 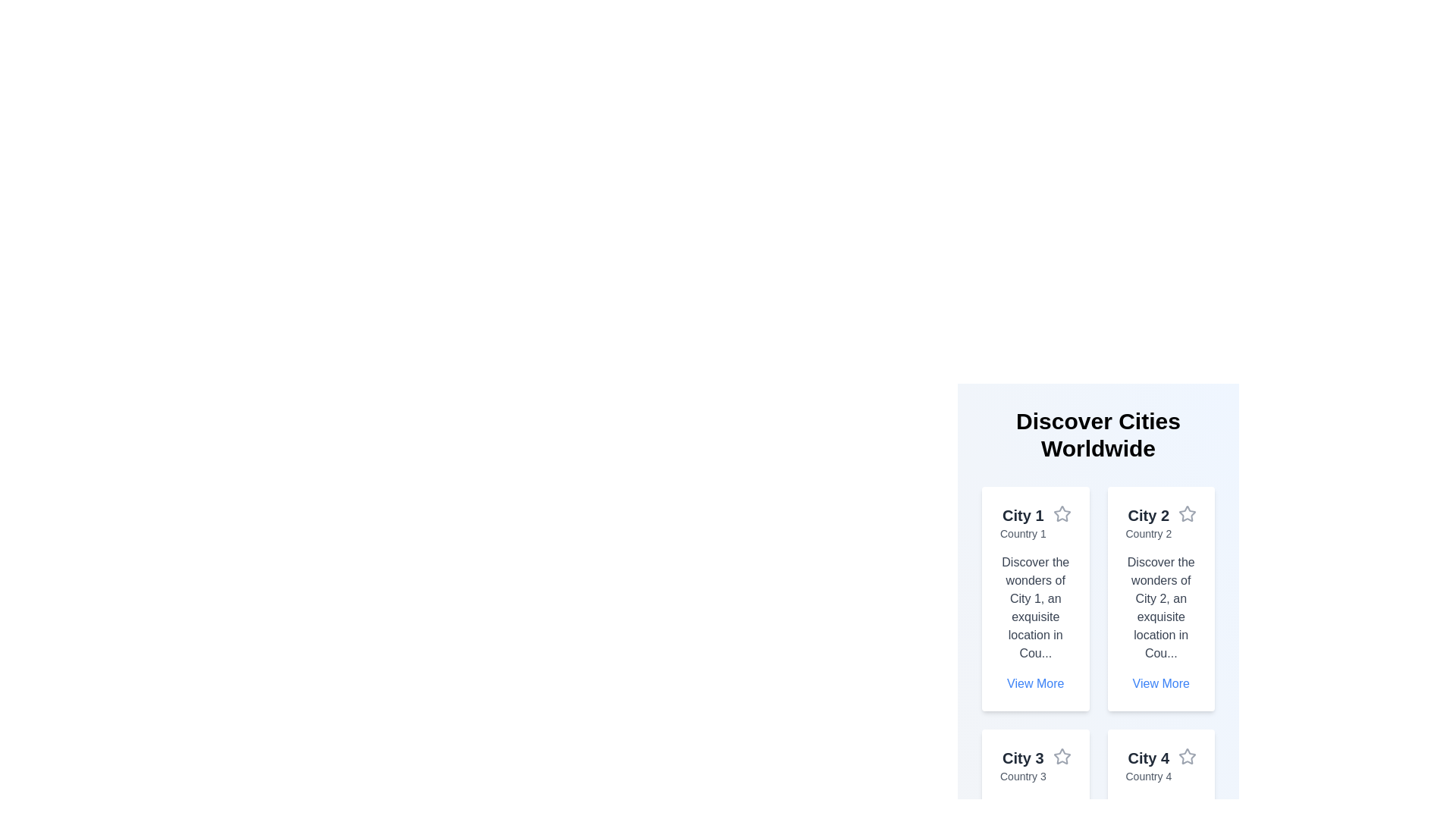 I want to click on the hyperlink located at the bottom of the card that provides information about 'City 2' and 'Country 2', so click(x=1160, y=684).